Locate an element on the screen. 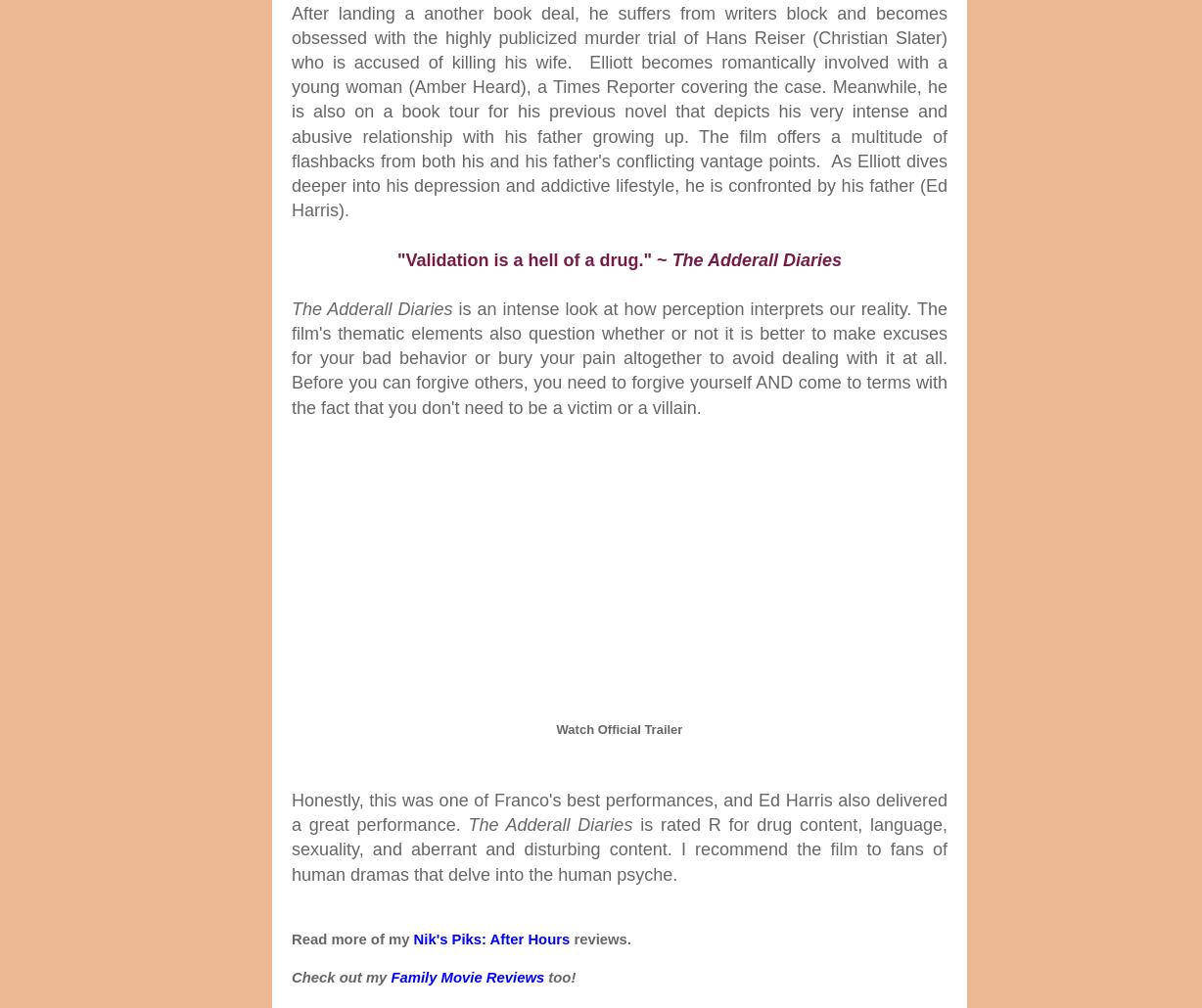  'Honestly, this was one of Franco's best performances, and Ed Harris also delivered a great performance.' is located at coordinates (620, 810).